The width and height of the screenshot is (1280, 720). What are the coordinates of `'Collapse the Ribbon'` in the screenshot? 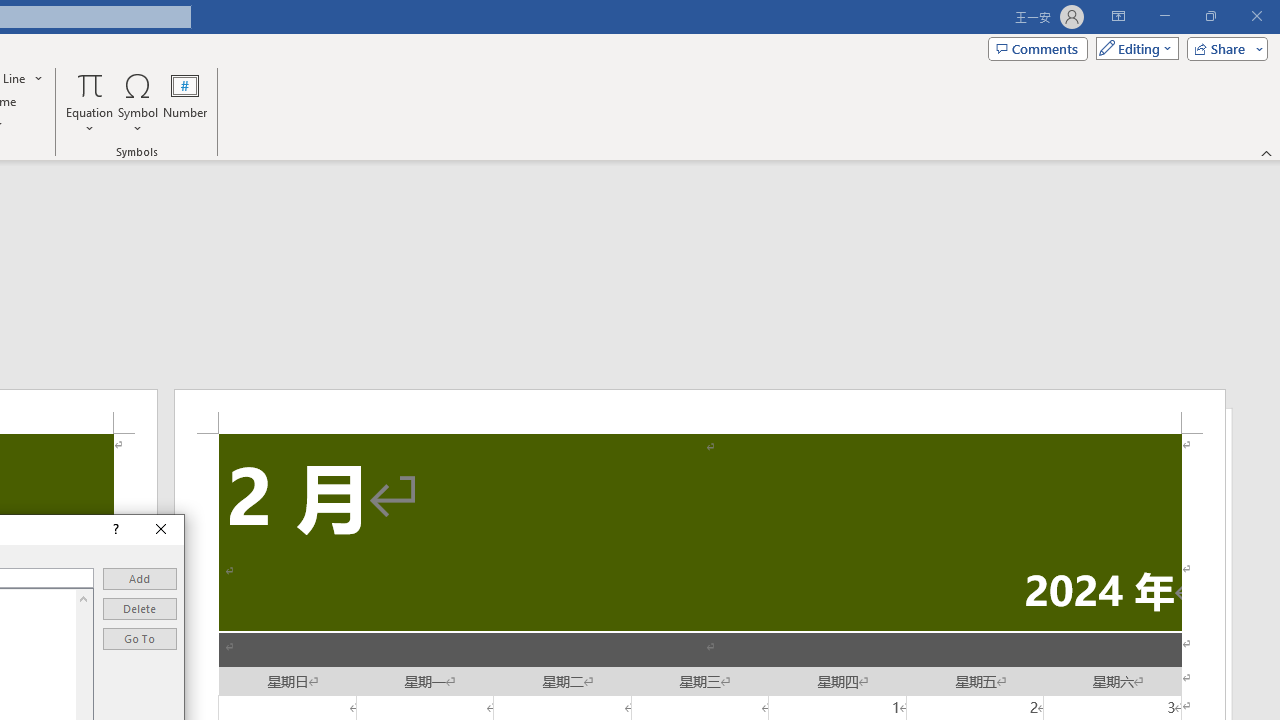 It's located at (1266, 152).